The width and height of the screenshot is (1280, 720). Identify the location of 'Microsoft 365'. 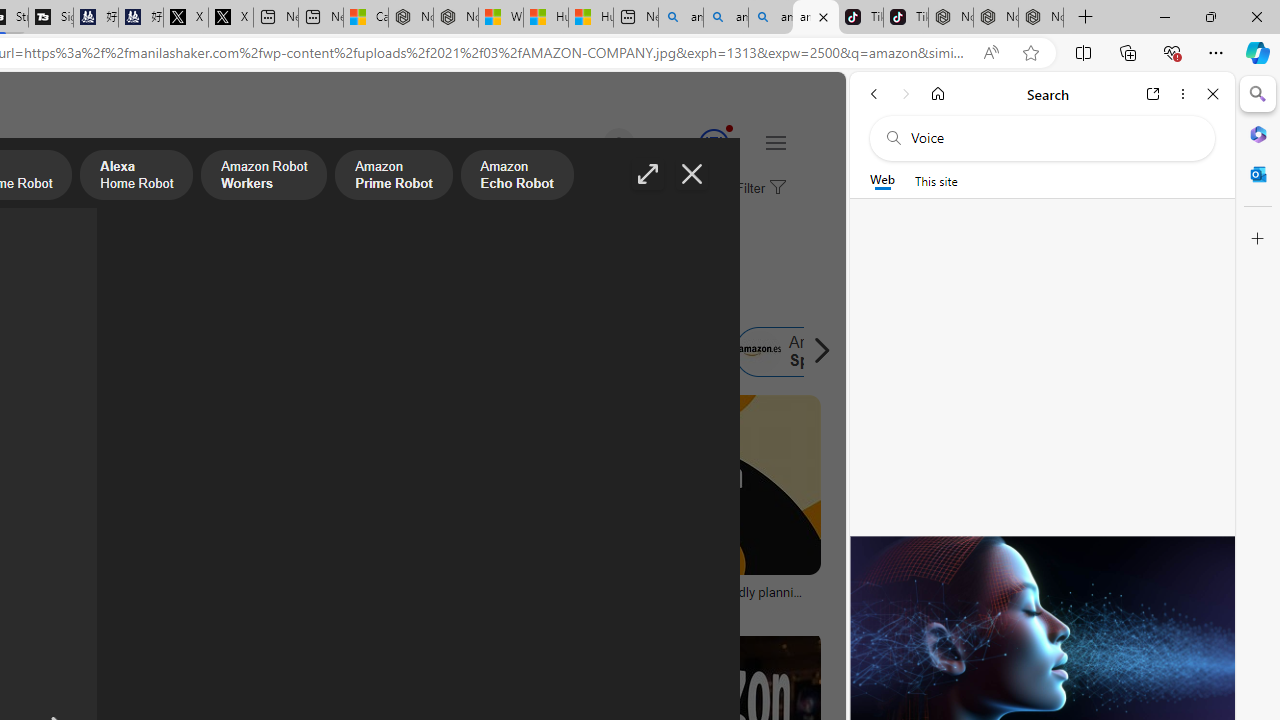
(1257, 133).